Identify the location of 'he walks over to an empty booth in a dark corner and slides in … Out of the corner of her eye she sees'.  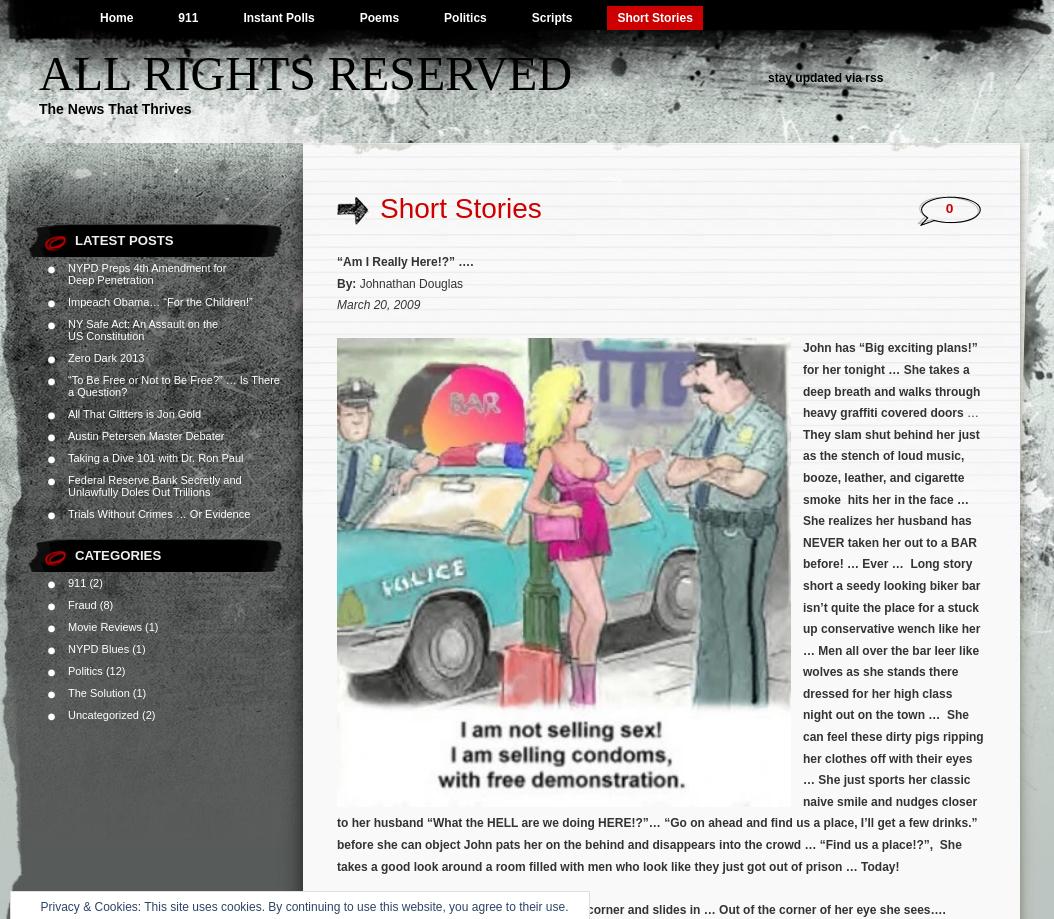
(637, 907).